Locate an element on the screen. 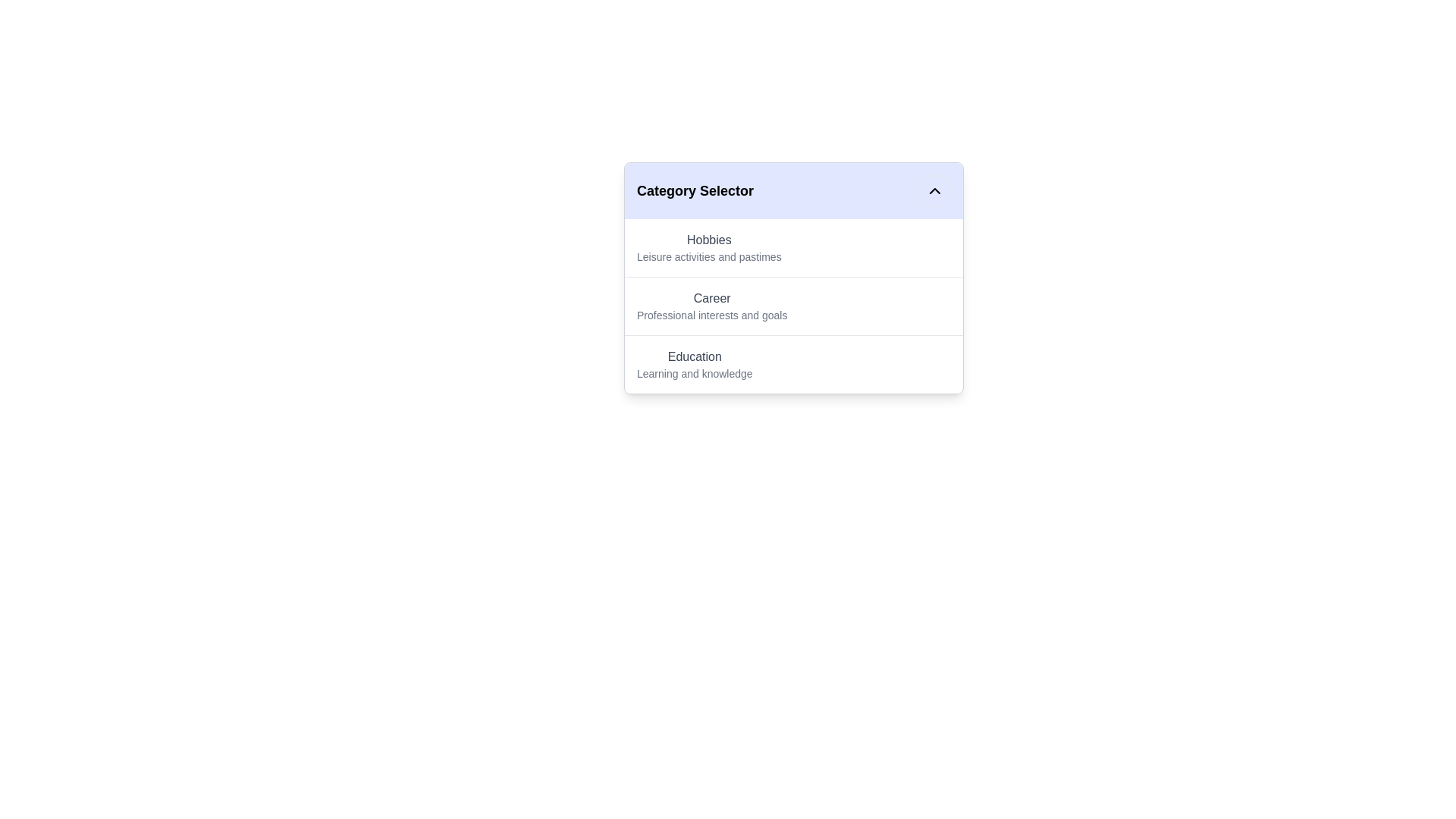 This screenshot has width=1456, height=819. the 'Education' text label, which is the third item in the dropdown menu, below 'Hobbies' and 'Career' is located at coordinates (694, 365).